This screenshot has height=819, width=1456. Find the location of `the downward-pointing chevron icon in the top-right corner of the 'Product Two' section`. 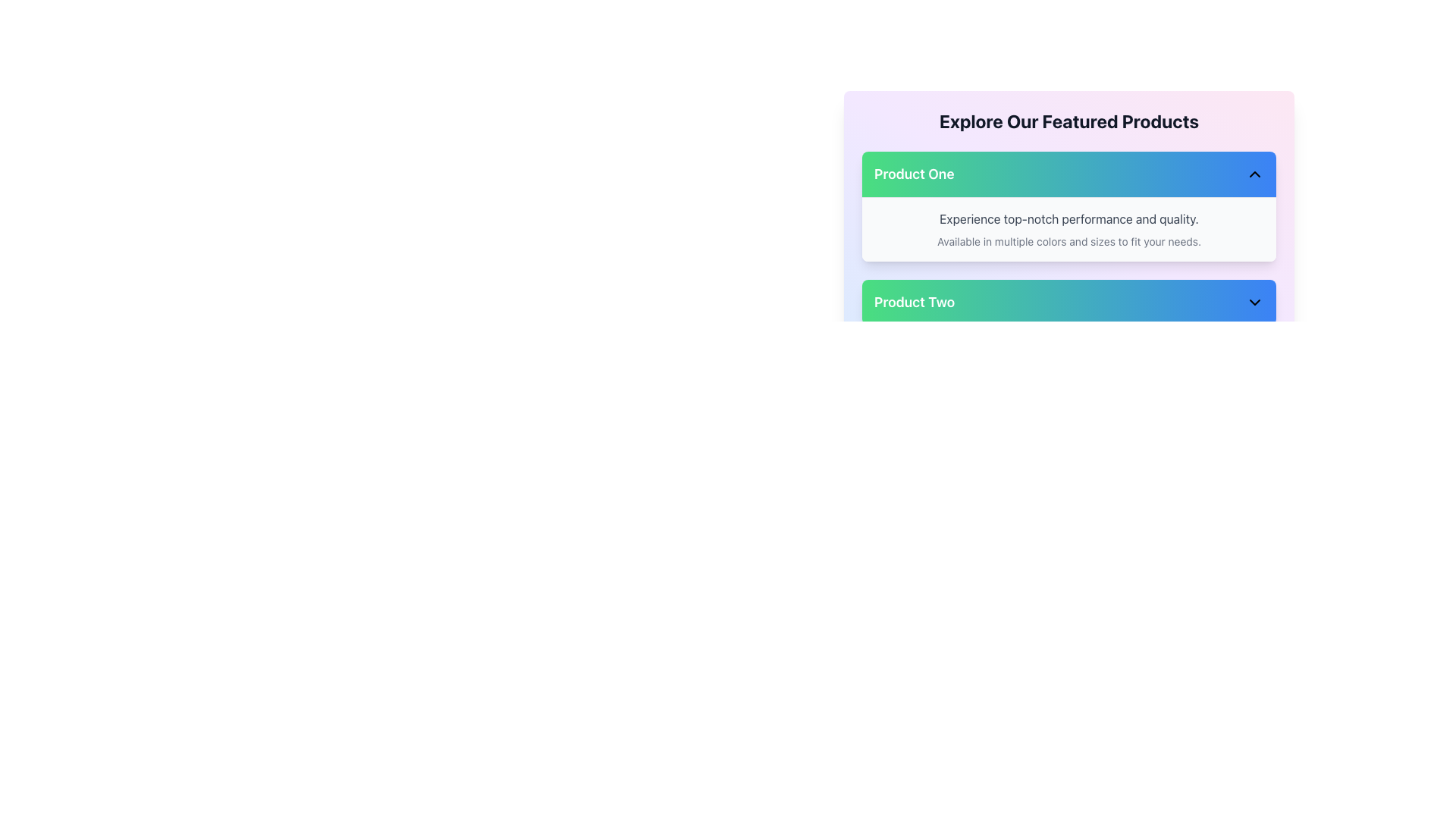

the downward-pointing chevron icon in the top-right corner of the 'Product Two' section is located at coordinates (1255, 302).